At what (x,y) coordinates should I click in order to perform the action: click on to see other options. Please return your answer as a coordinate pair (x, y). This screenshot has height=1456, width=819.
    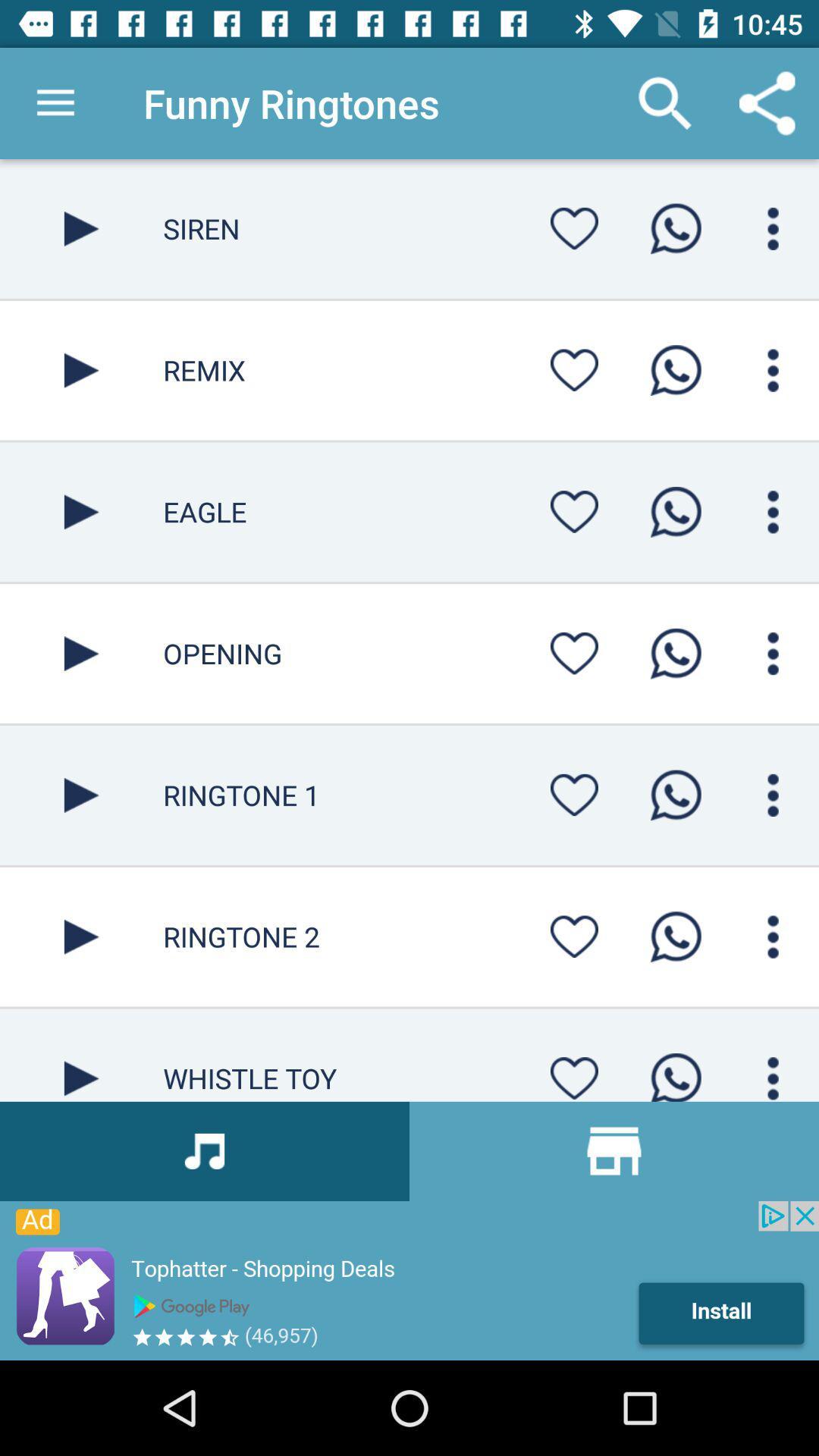
    Looking at the image, I should click on (773, 654).